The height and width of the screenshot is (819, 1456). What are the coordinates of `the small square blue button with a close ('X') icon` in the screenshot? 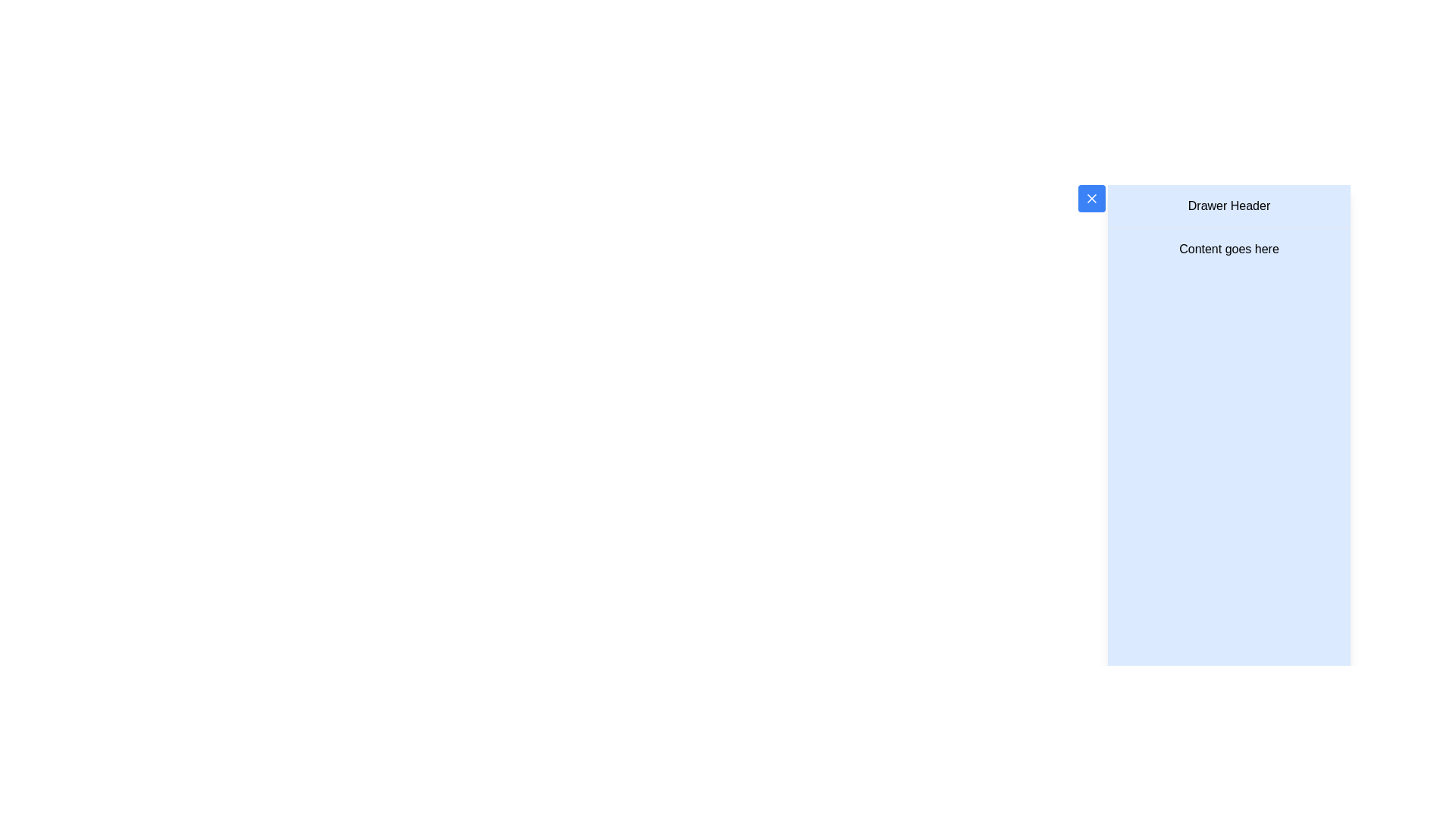 It's located at (1090, 198).